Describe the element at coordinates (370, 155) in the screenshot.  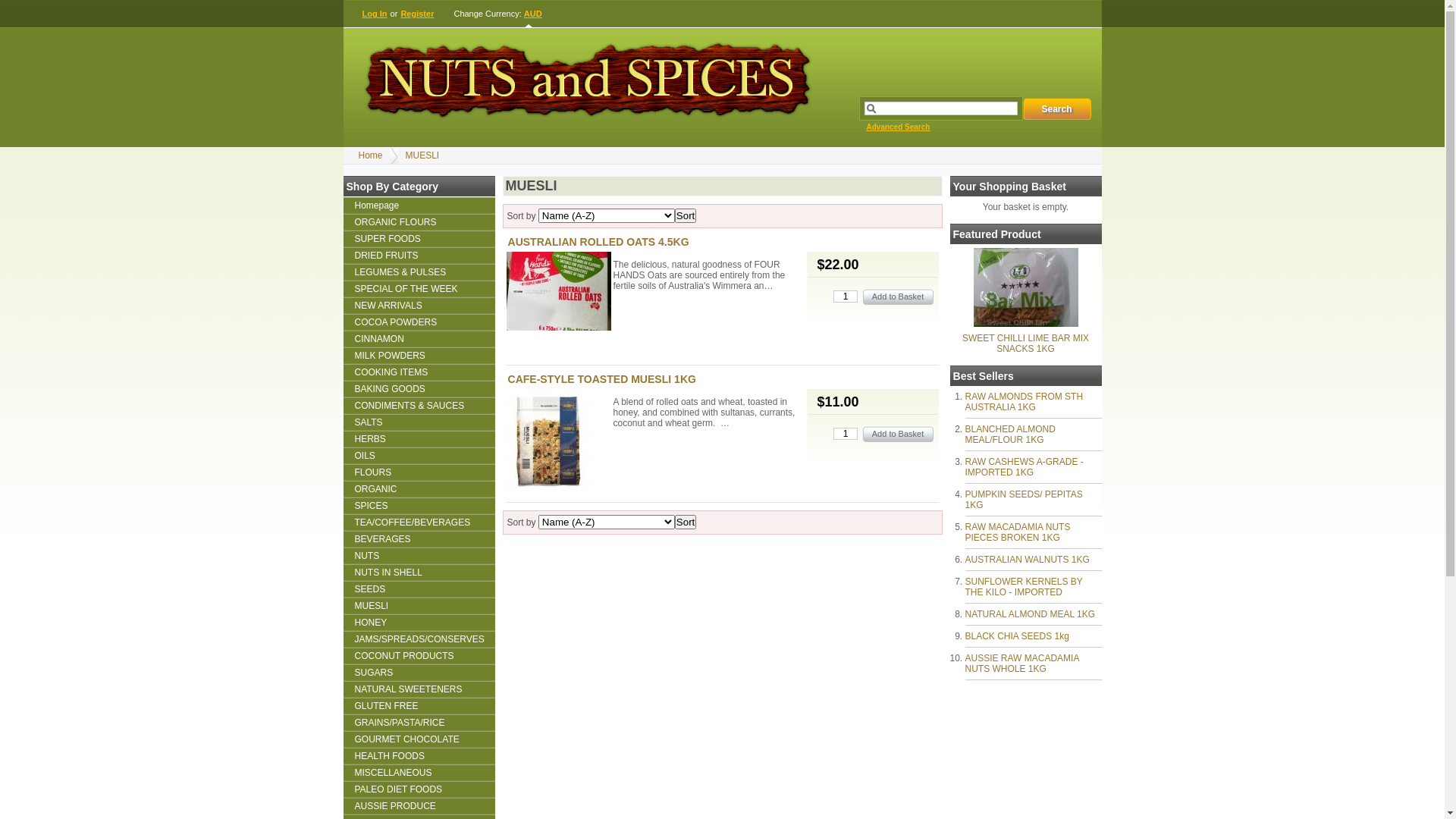
I see `'Home'` at that location.